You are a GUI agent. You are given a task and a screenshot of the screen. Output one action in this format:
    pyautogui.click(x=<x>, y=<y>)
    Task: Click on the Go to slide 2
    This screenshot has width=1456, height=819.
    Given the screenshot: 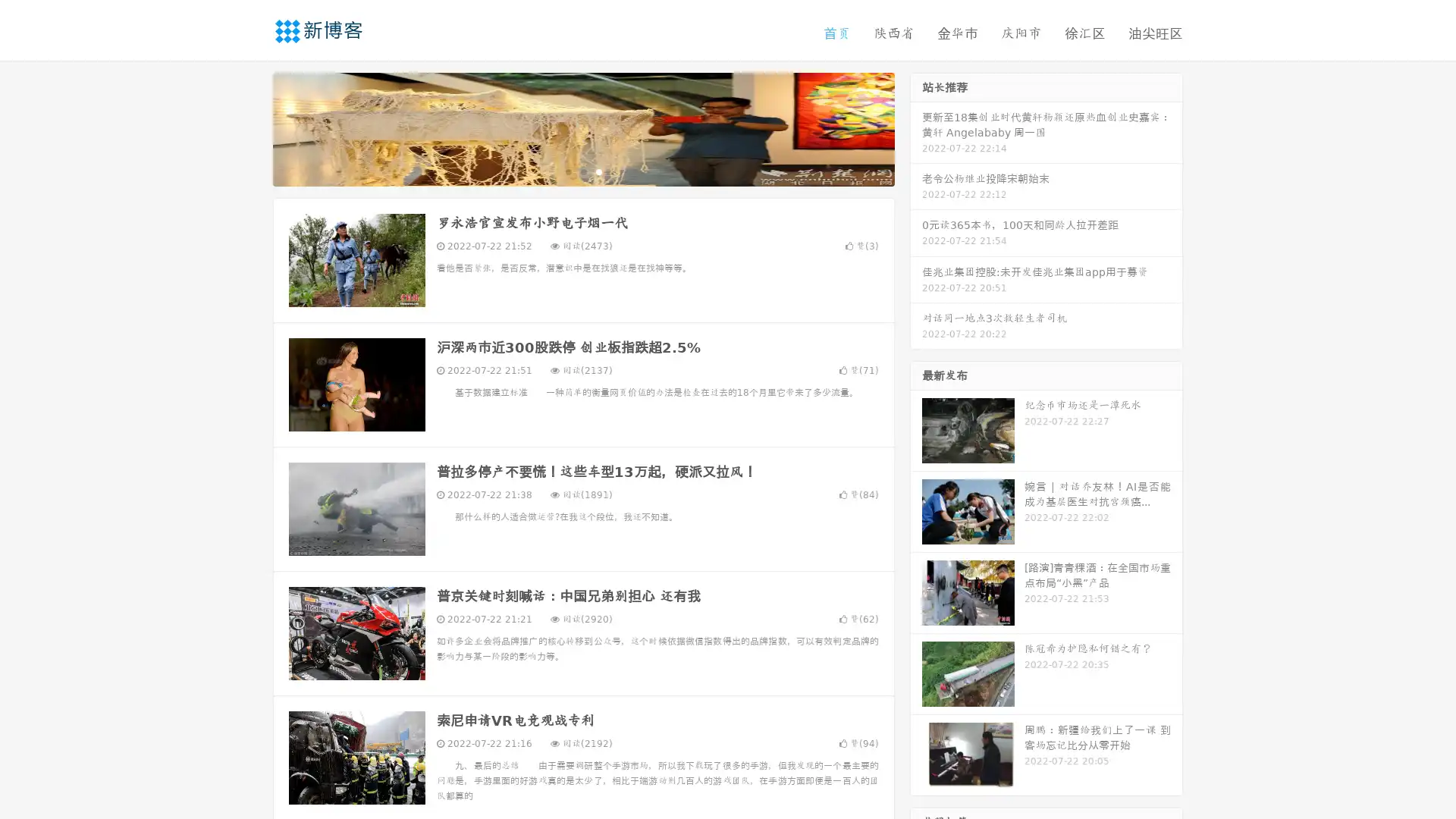 What is the action you would take?
    pyautogui.click(x=582, y=171)
    